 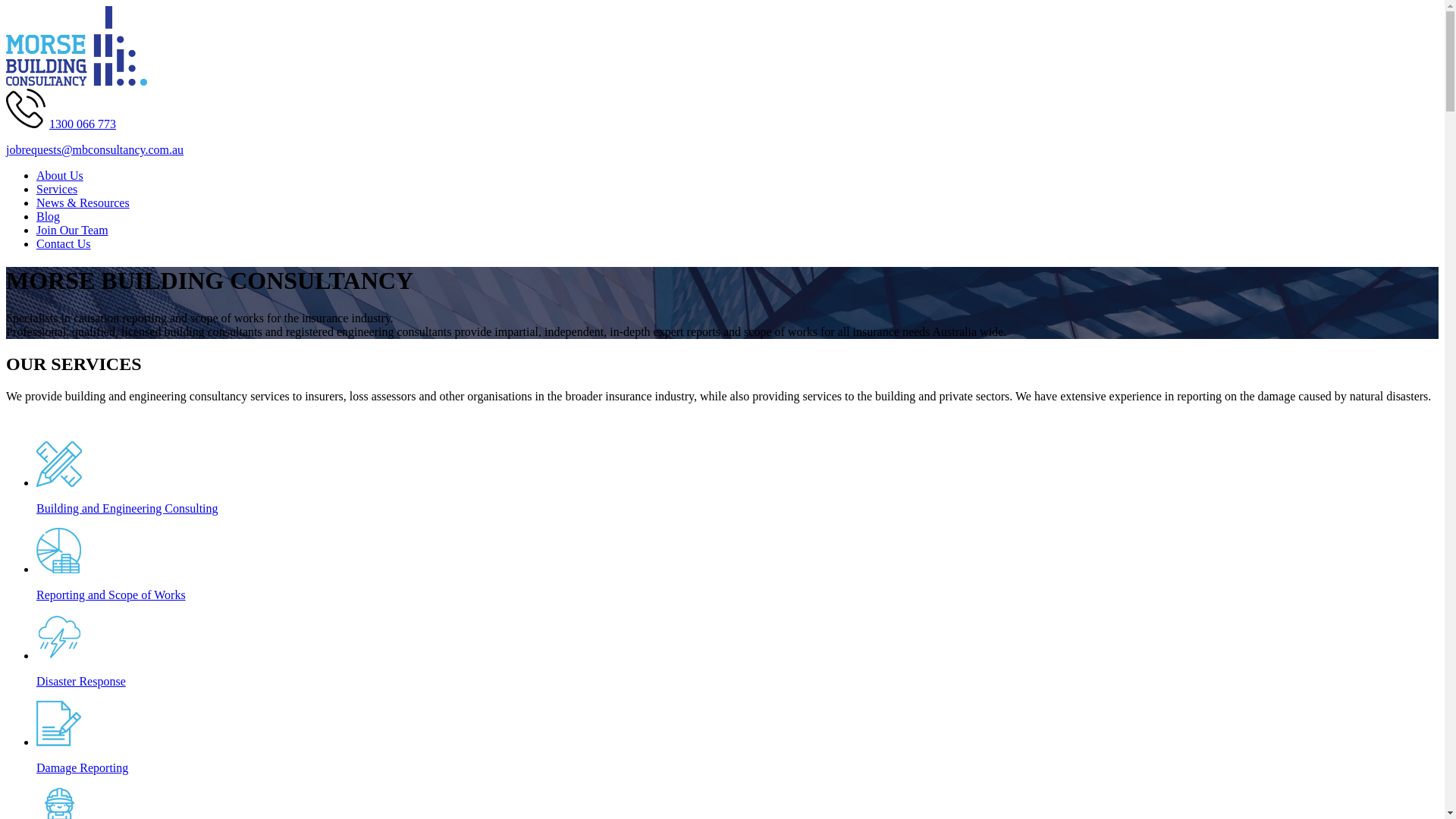 What do you see at coordinates (71, 230) in the screenshot?
I see `'Join Our Team'` at bounding box center [71, 230].